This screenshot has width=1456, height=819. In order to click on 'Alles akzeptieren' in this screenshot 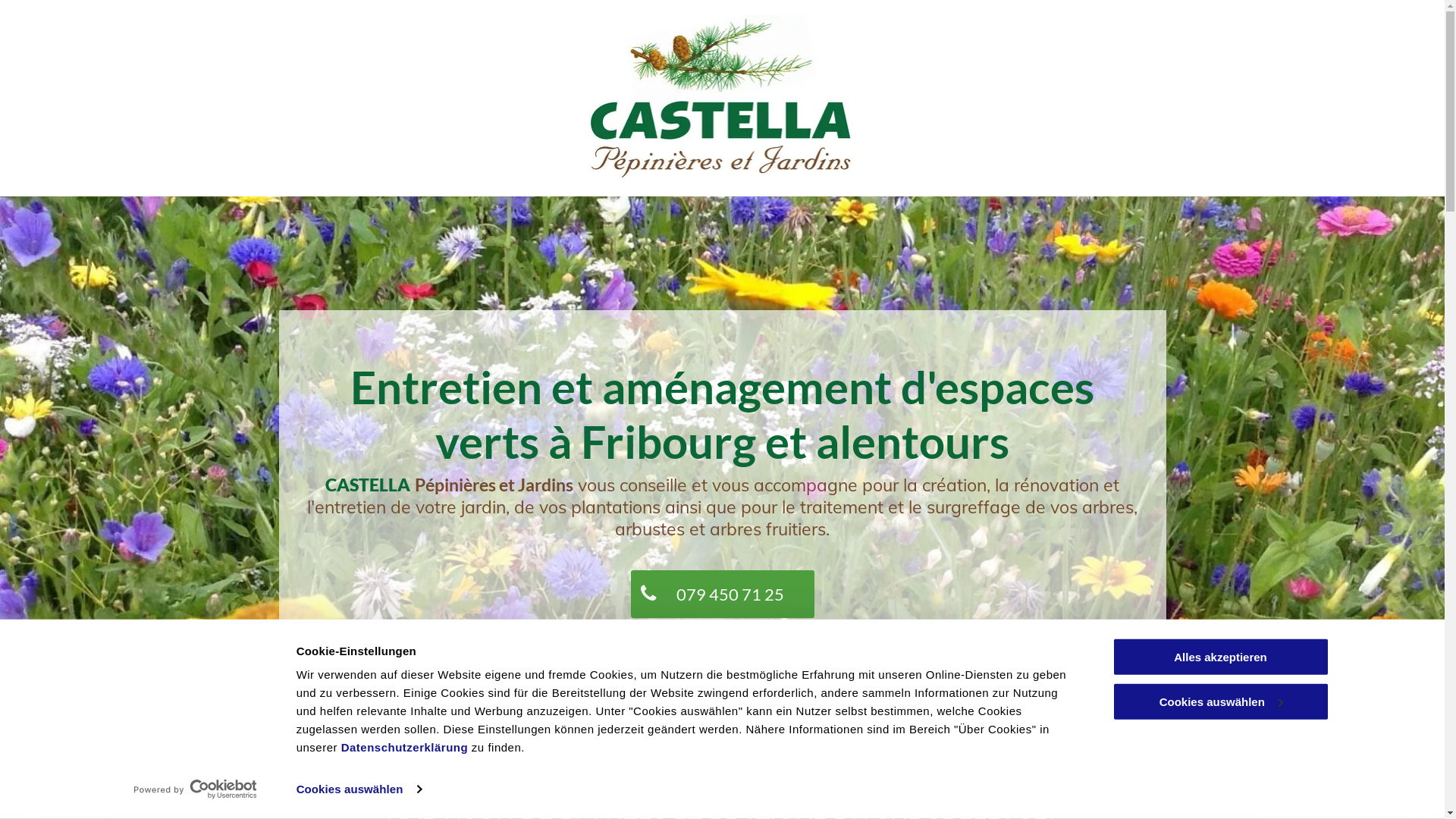, I will do `click(1219, 656)`.